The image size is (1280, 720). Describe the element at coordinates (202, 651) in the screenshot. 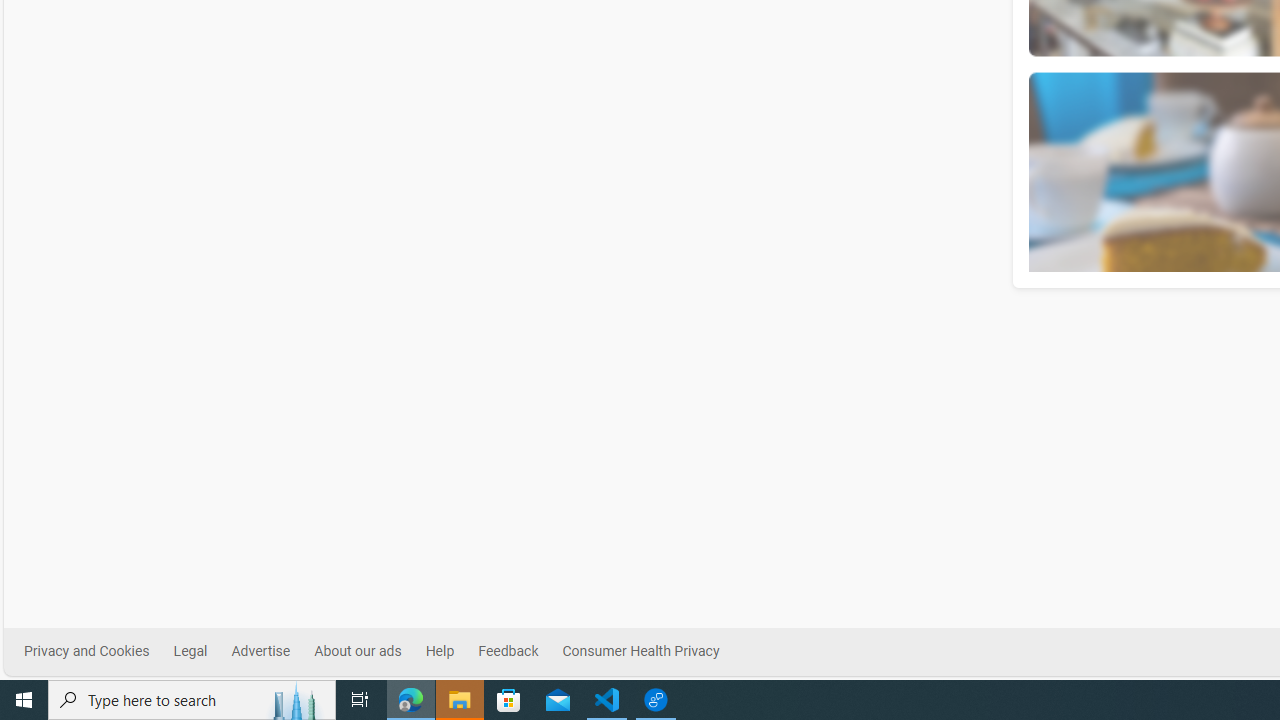

I see `'Legal'` at that location.